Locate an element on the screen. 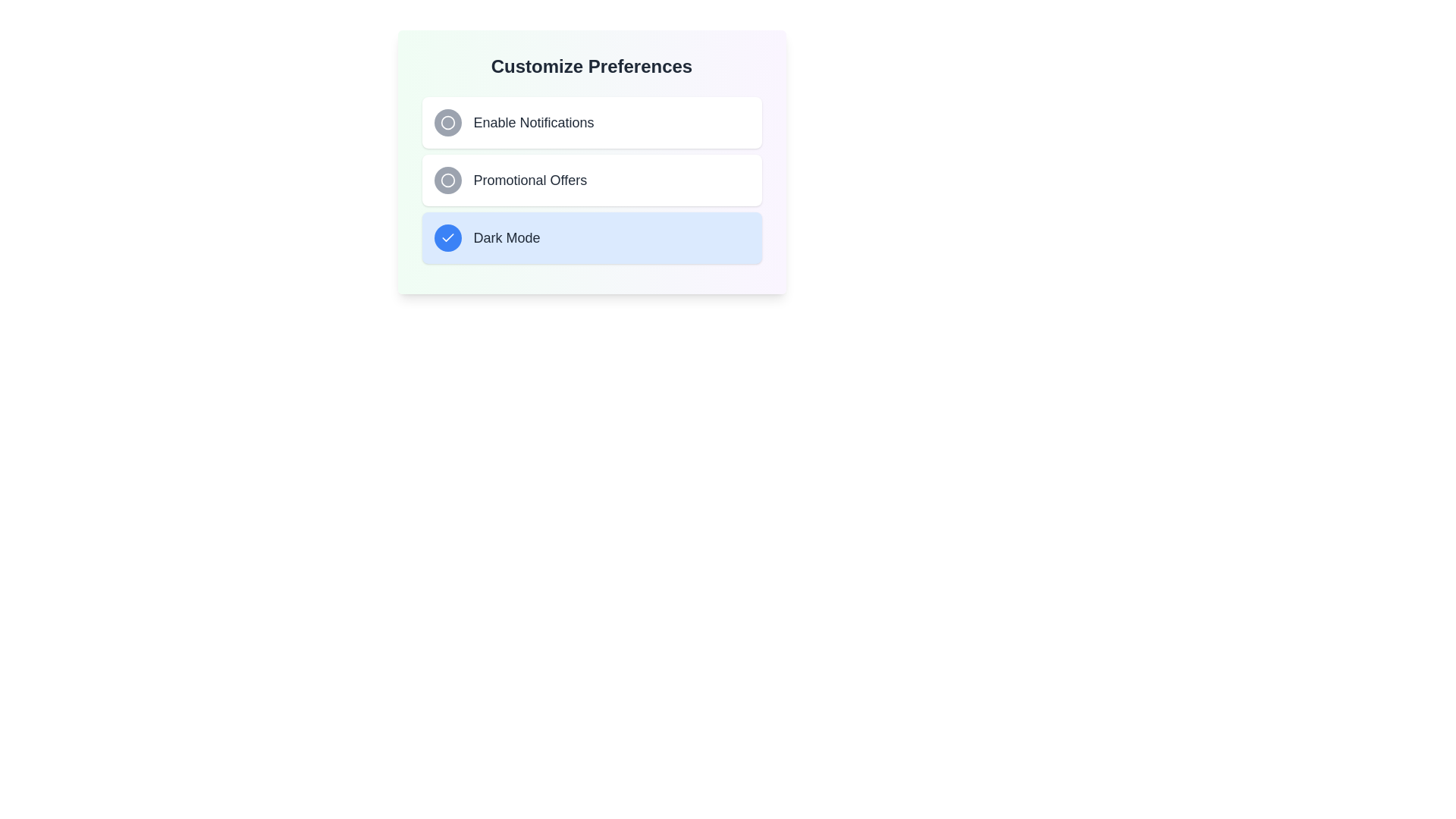 Image resolution: width=1456 pixels, height=819 pixels. the preference item Enable Notifications is located at coordinates (591, 122).